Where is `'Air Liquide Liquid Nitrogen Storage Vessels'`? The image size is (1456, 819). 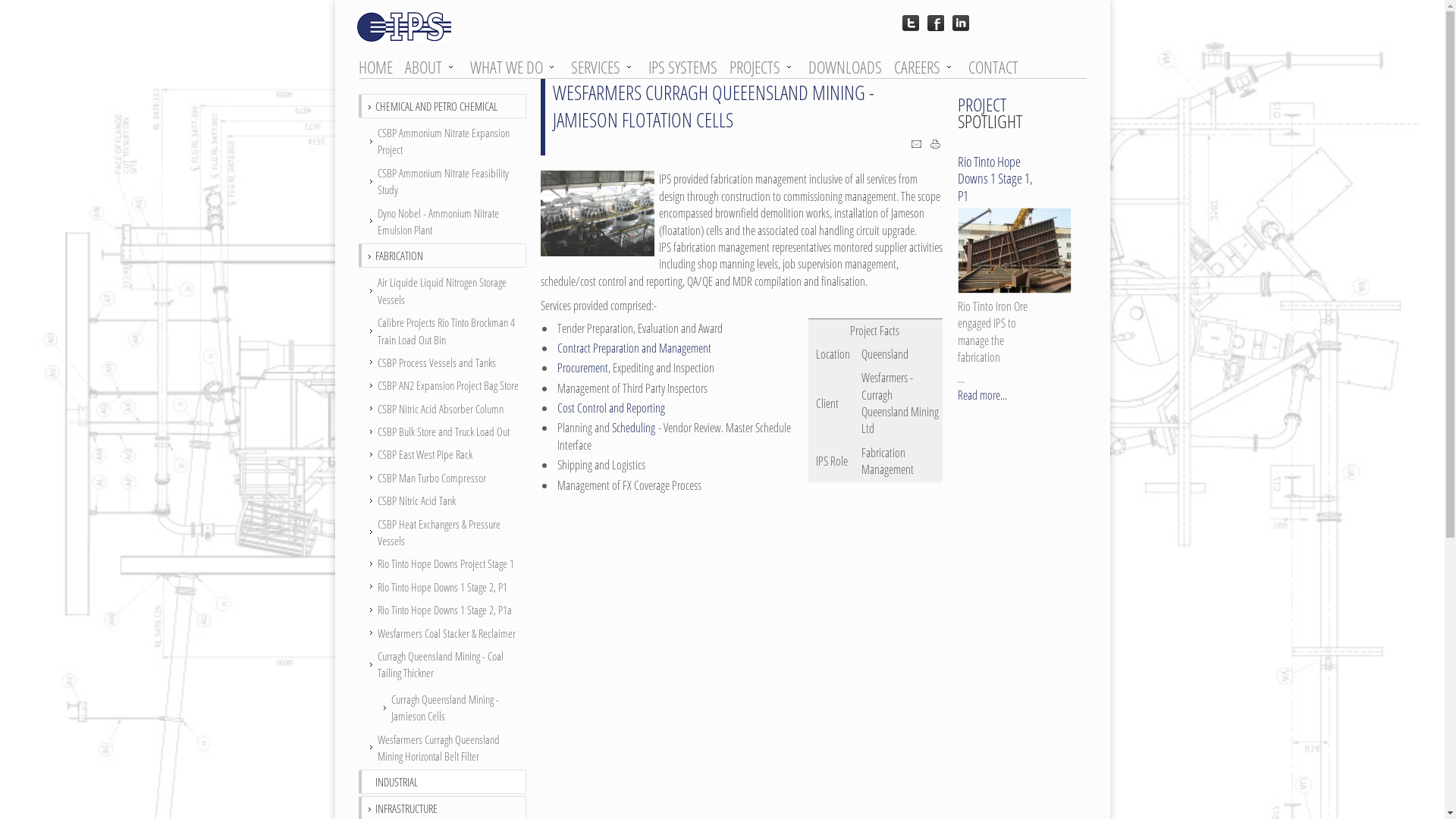
'Air Liquide Liquid Nitrogen Storage Vessels' is located at coordinates (442, 290).